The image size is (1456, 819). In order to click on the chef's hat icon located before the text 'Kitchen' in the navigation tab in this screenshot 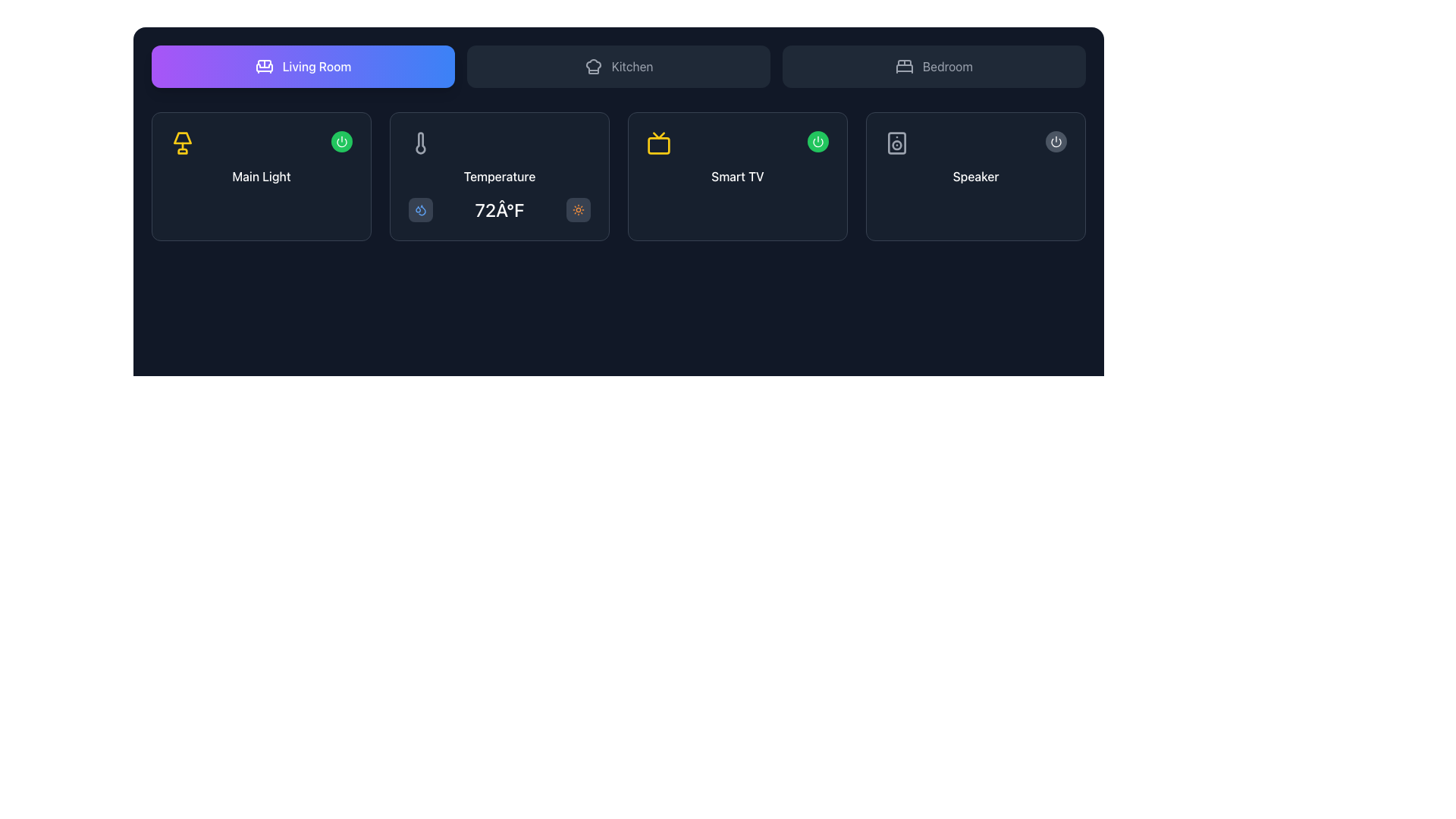, I will do `click(592, 66)`.